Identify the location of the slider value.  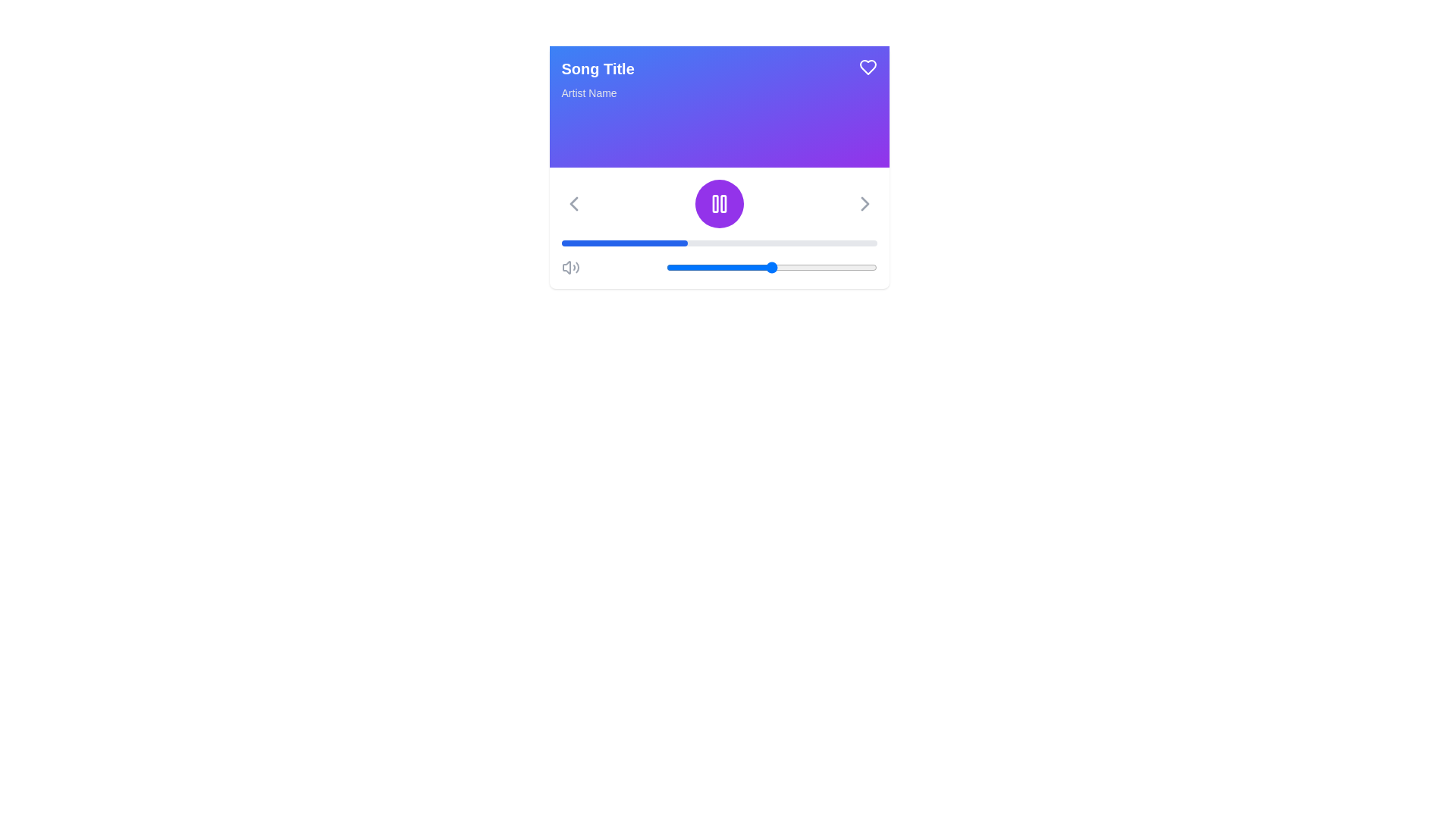
(752, 267).